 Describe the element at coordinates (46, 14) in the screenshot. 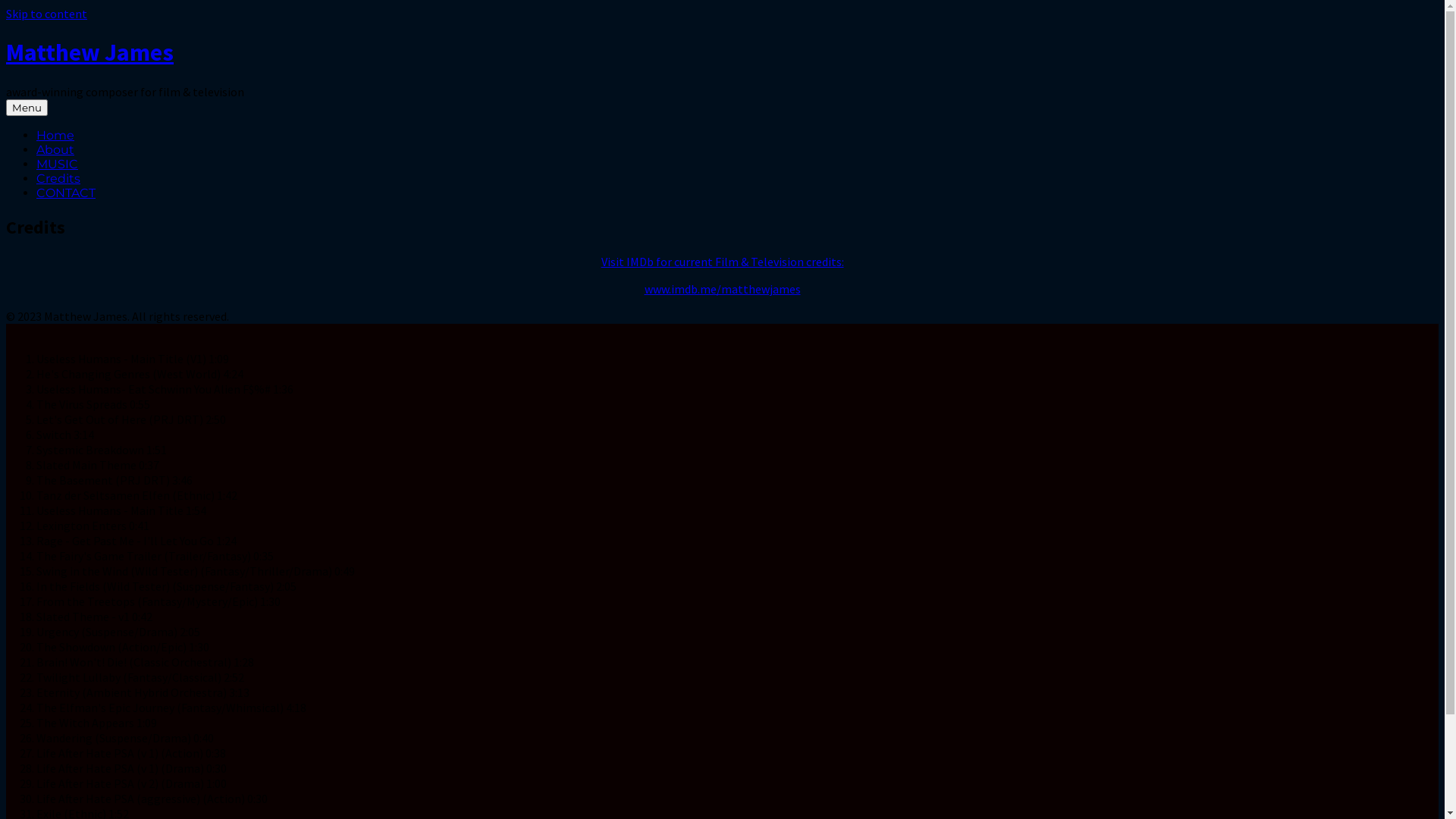

I see `'Skip to content'` at that location.